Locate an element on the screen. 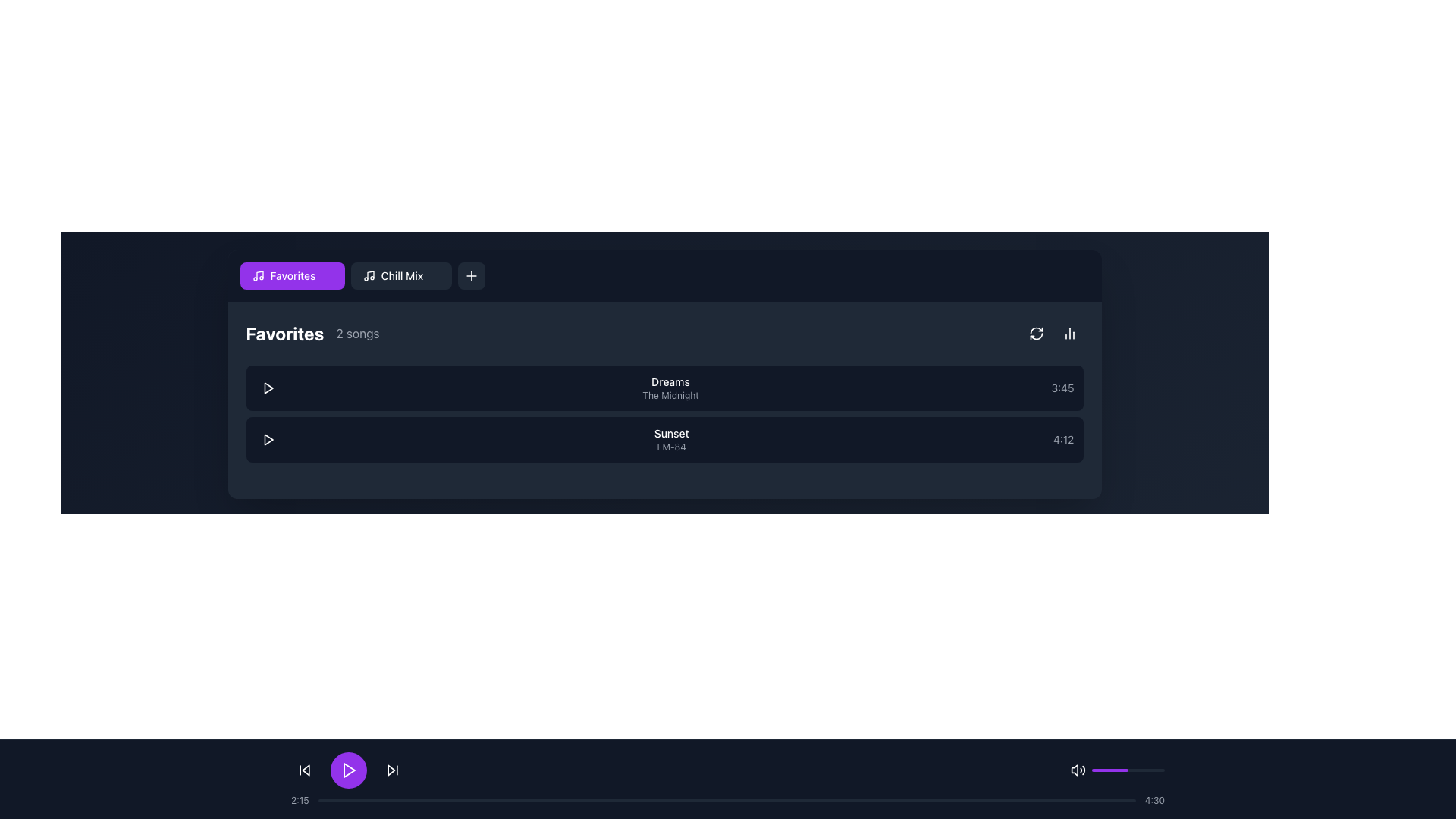 The height and width of the screenshot is (819, 1456). the 'Chill Mix' text label element located within the navigation menu, which is positioned between the 'Favorites' tab and the '+' button is located at coordinates (402, 275).